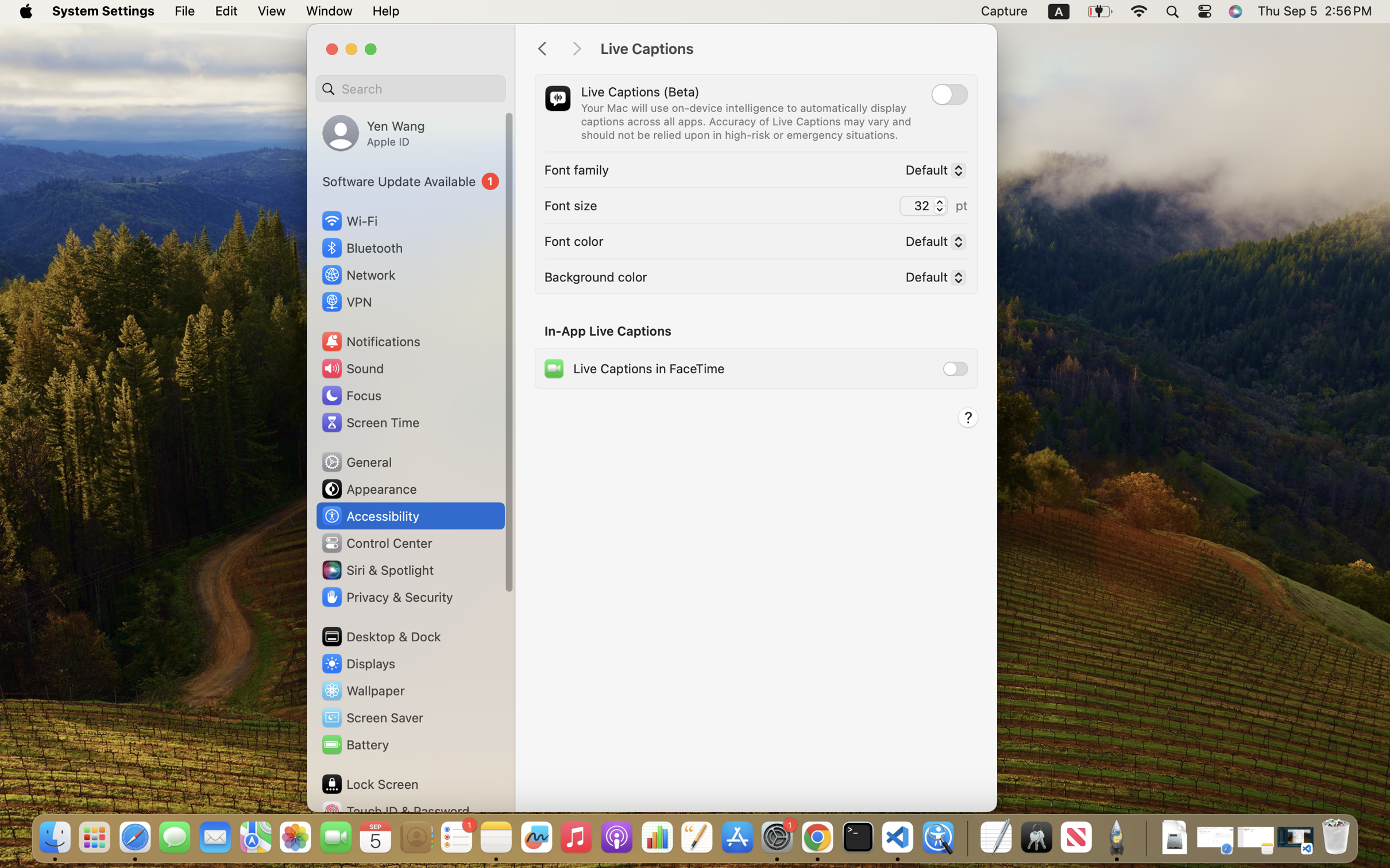 This screenshot has height=868, width=1390. What do you see at coordinates (371, 718) in the screenshot?
I see `'Screen Saver'` at bounding box center [371, 718].